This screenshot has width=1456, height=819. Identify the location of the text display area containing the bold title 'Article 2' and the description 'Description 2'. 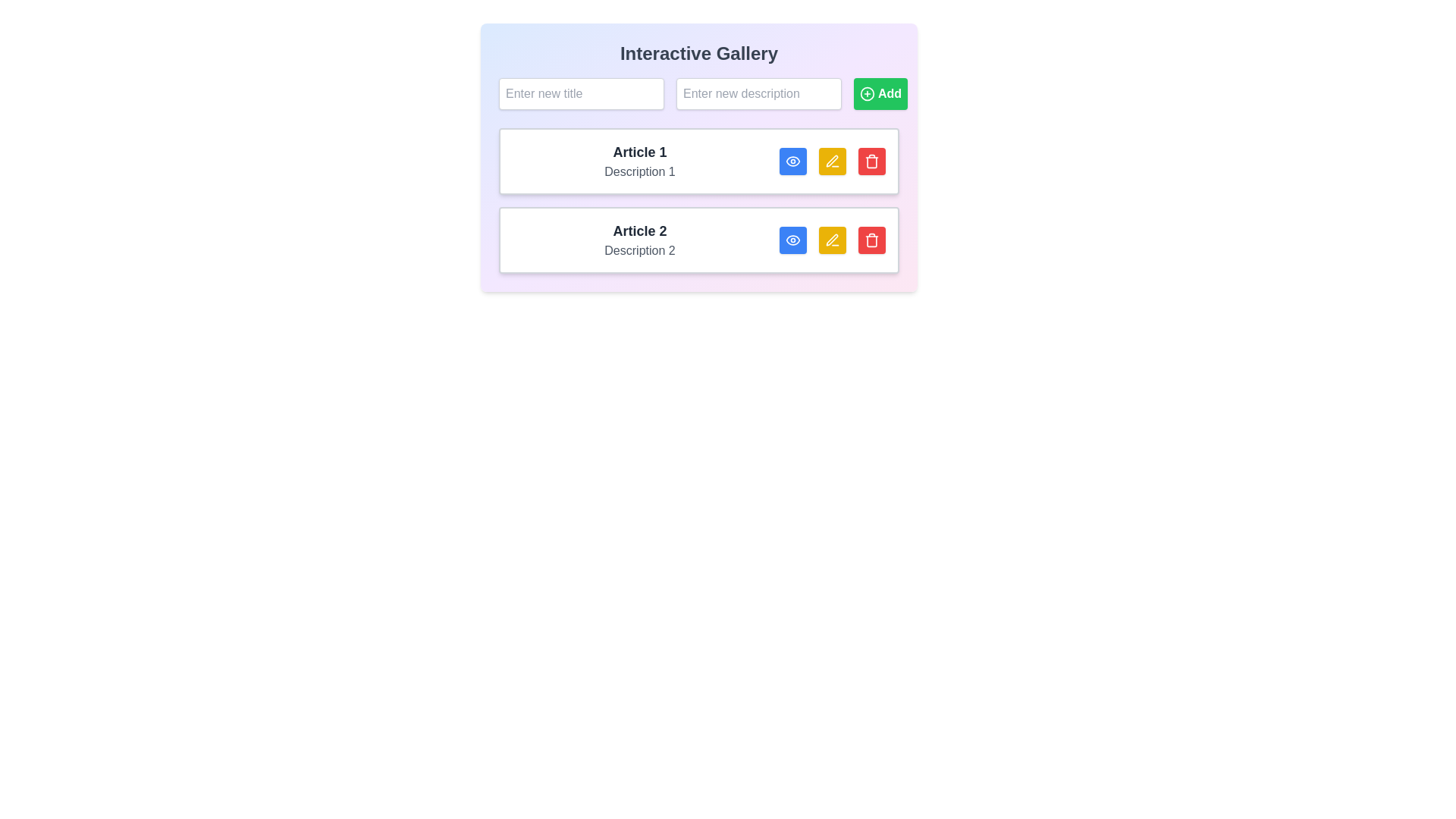
(640, 239).